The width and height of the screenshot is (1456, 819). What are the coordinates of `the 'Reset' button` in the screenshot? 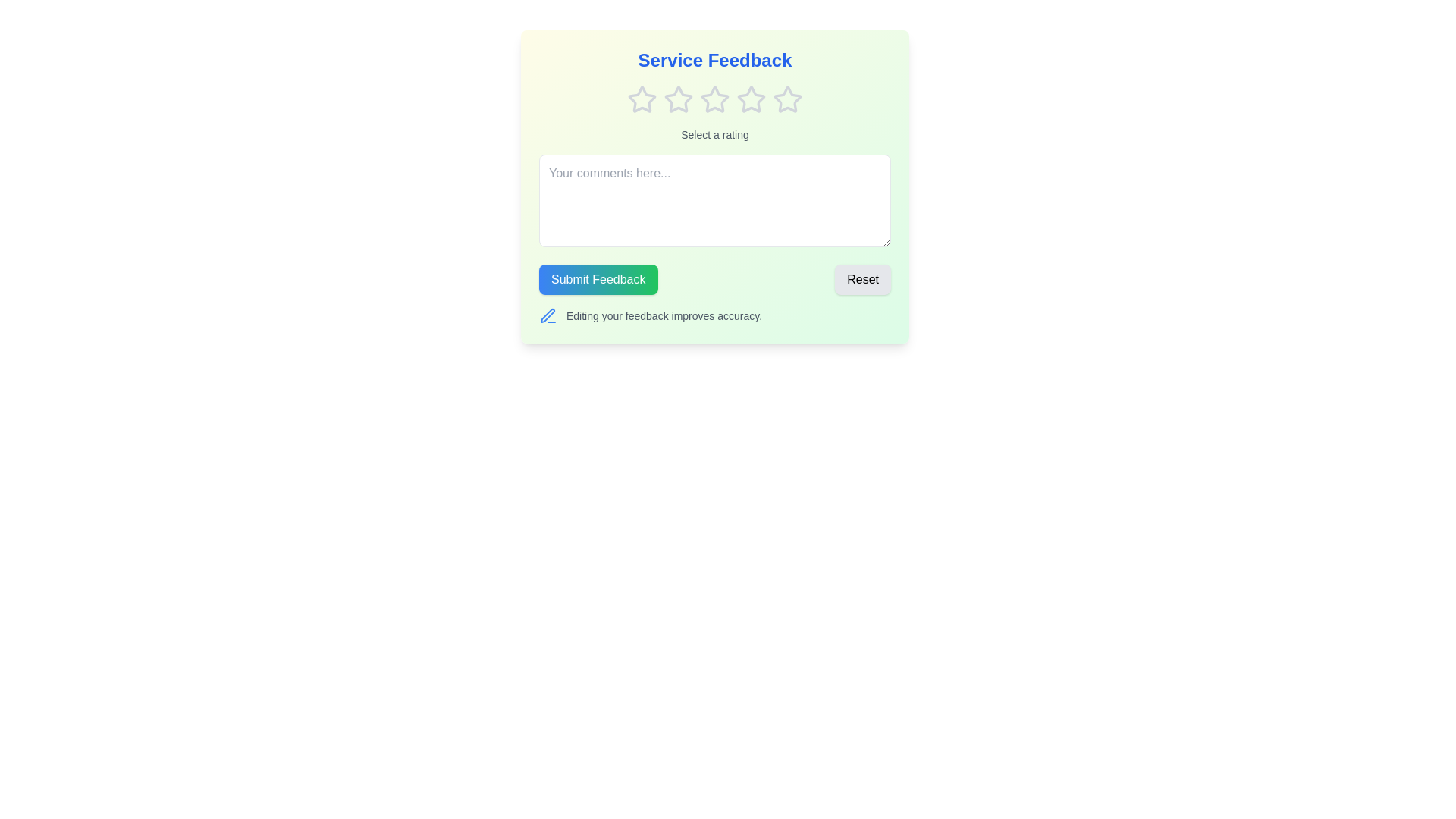 It's located at (863, 280).